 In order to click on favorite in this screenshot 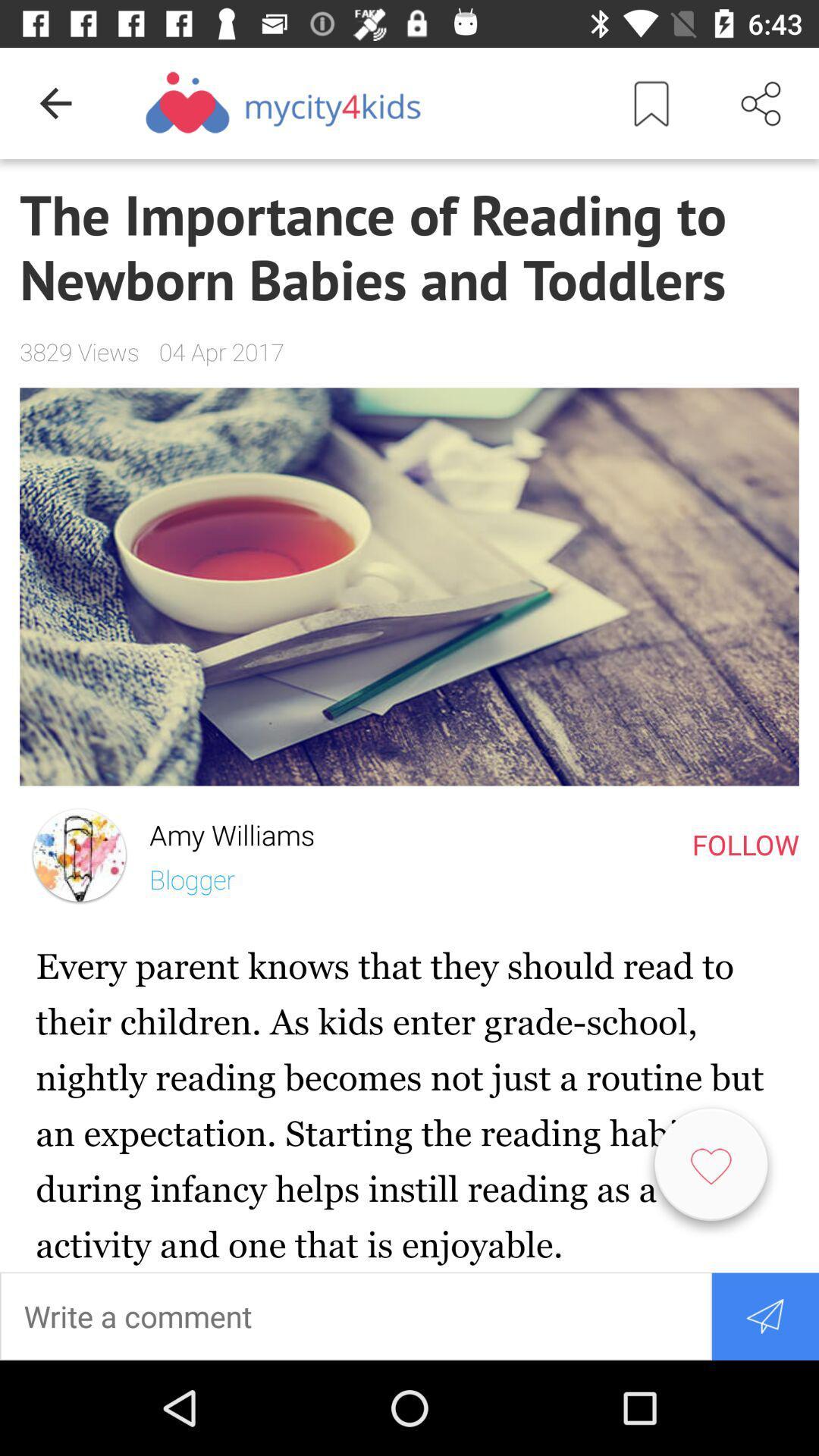, I will do `click(711, 1169)`.